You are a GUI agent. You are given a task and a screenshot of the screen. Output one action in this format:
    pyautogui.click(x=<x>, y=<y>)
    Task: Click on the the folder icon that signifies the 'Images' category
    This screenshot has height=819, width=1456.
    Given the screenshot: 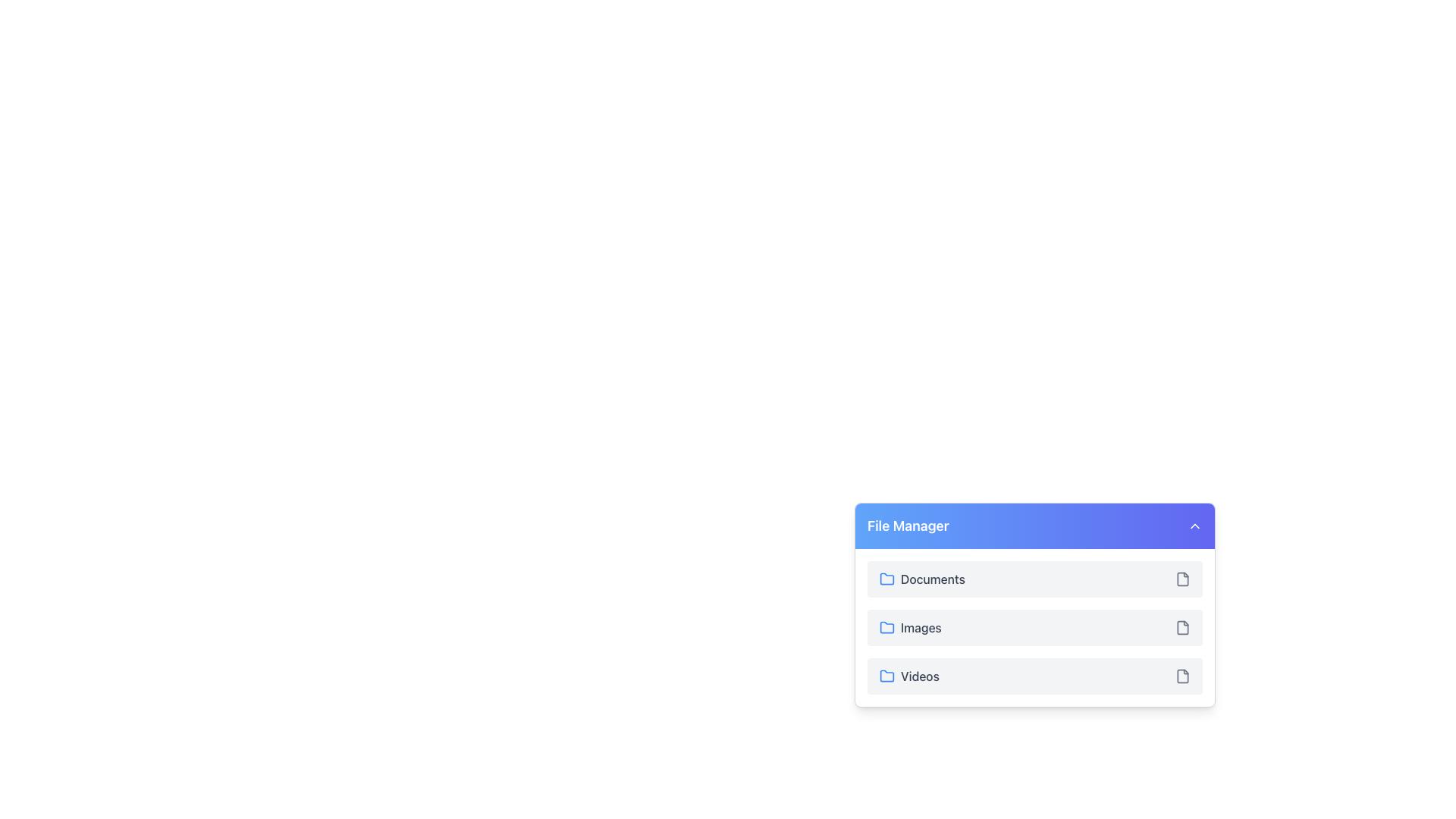 What is the action you would take?
    pyautogui.click(x=887, y=628)
    